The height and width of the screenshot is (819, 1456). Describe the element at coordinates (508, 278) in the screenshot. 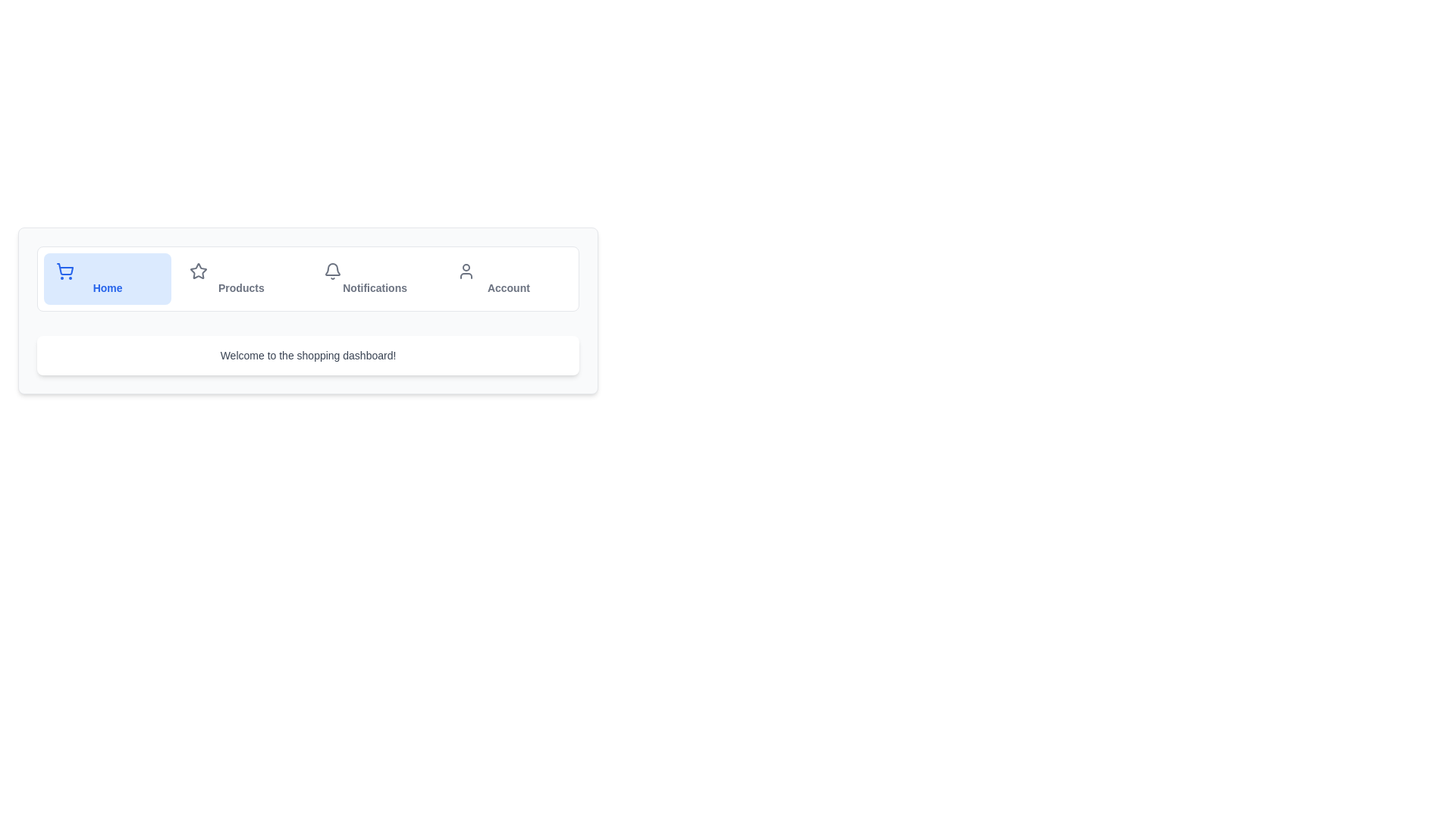

I see `the 'Account' button with a user icon above the text` at that location.